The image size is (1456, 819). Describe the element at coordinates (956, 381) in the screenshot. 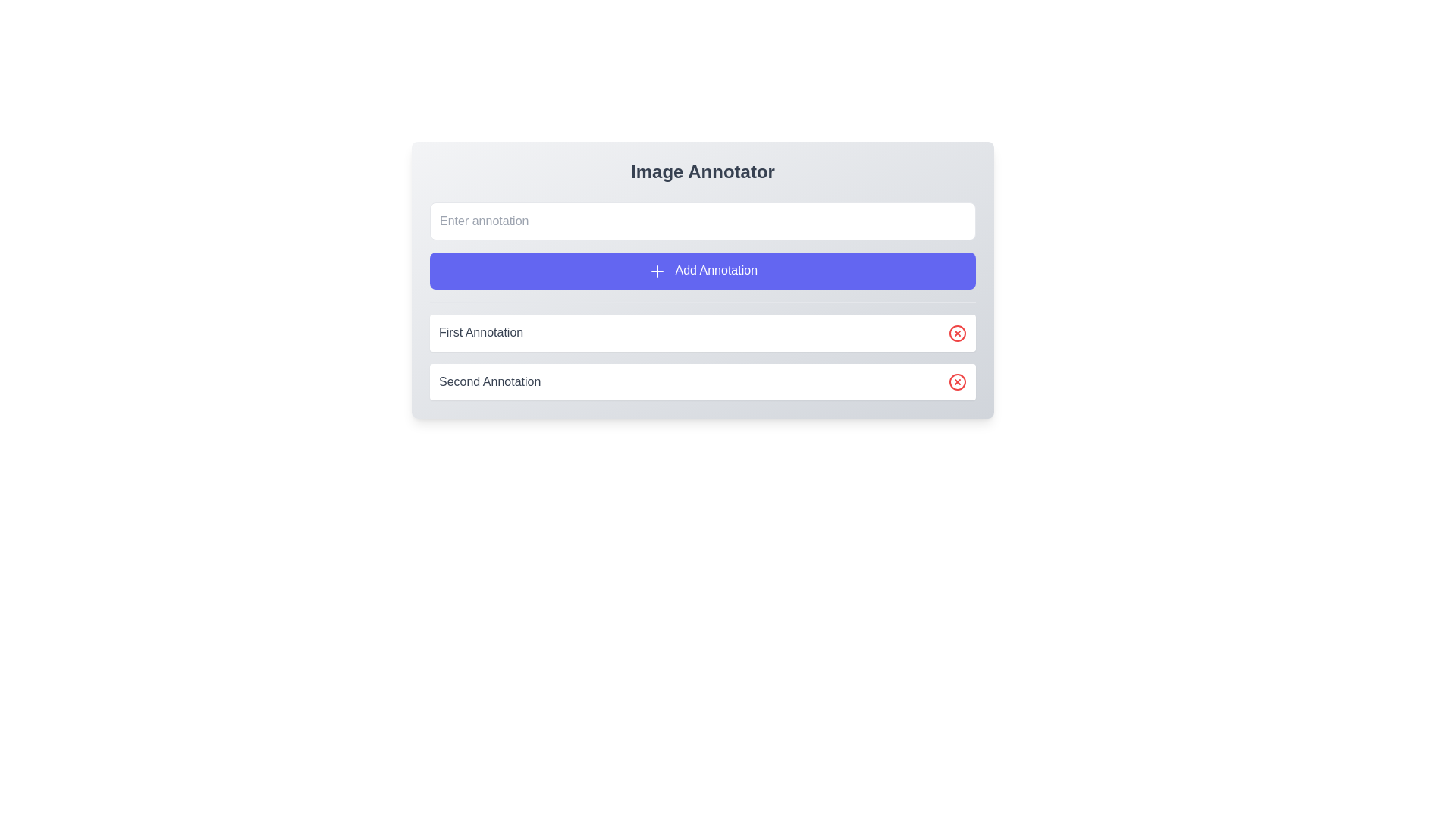

I see `the deletion button located at the far-right end of the 'Second Annotation' entry` at that location.